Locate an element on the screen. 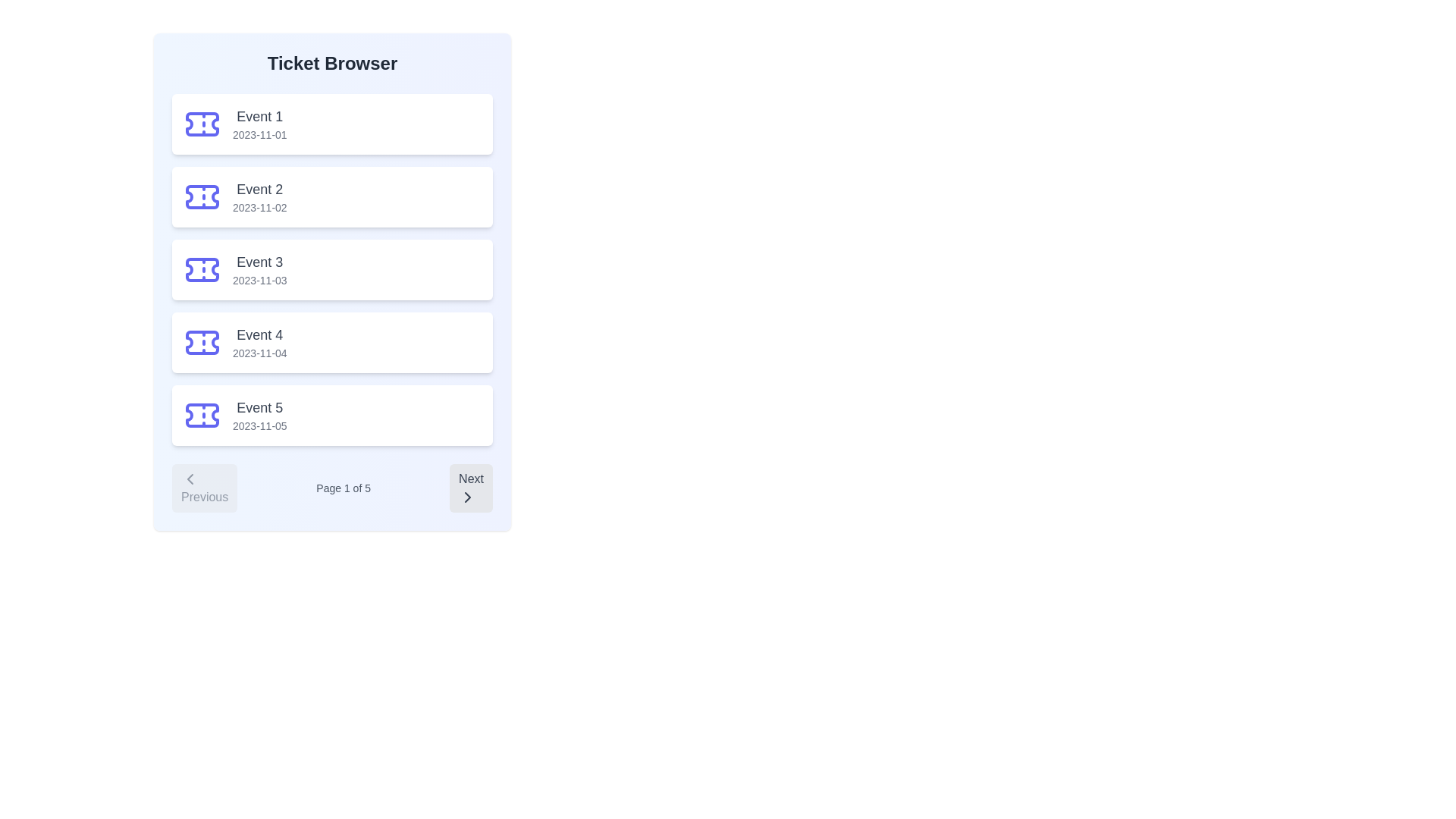 The image size is (1456, 819). the Text Display element that serves as the title for the fourth event in the 'Ticket Browser' interface, located above the date text '2023-11-04' is located at coordinates (259, 334).